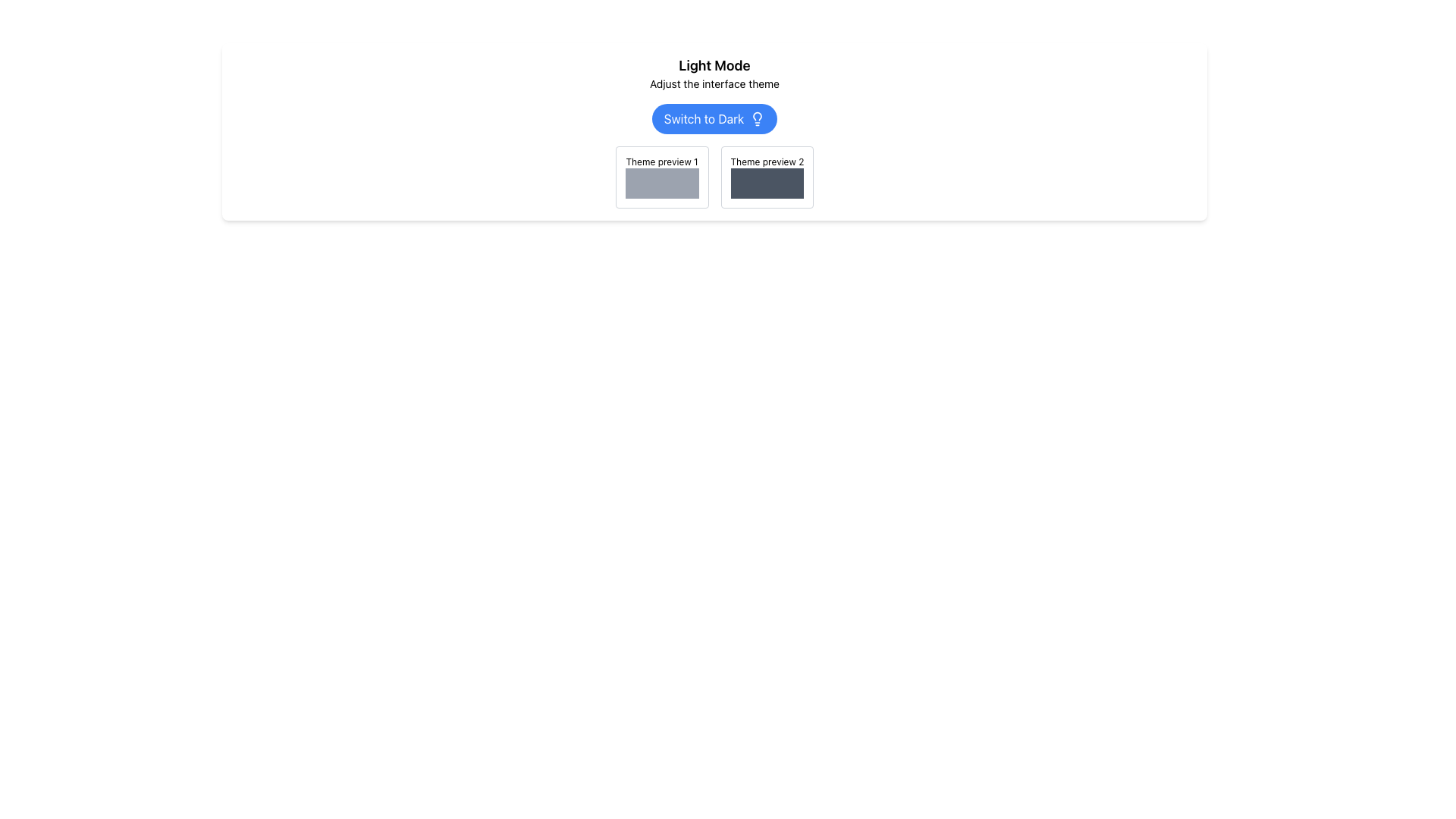  What do you see at coordinates (714, 73) in the screenshot?
I see `the informational header that describes the current interface theme mode, located above the 'Switch to Dark' button` at bounding box center [714, 73].